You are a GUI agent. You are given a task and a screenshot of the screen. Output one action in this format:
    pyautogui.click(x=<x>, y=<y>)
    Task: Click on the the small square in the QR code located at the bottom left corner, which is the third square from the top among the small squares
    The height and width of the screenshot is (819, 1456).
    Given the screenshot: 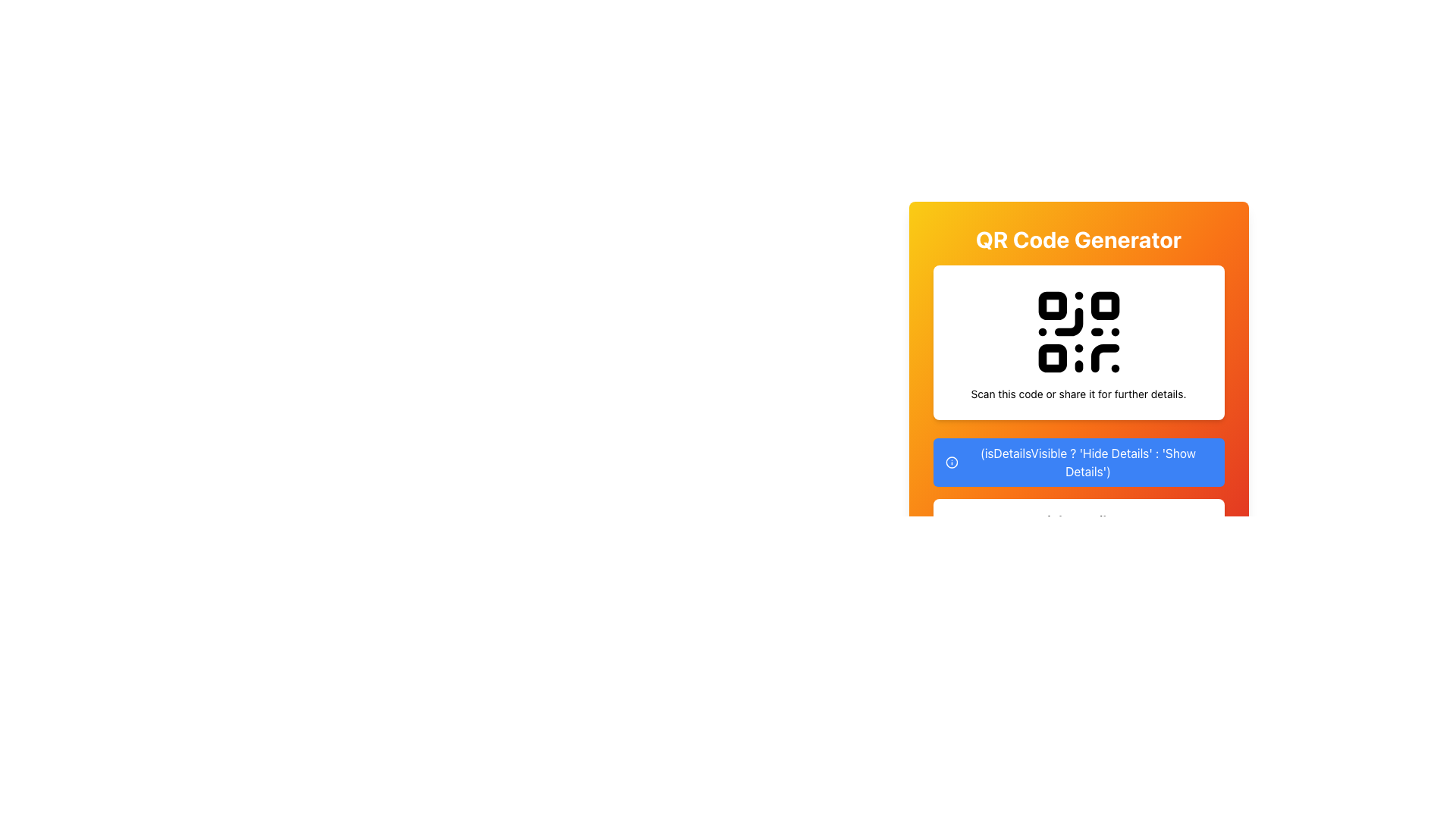 What is the action you would take?
    pyautogui.click(x=1051, y=358)
    